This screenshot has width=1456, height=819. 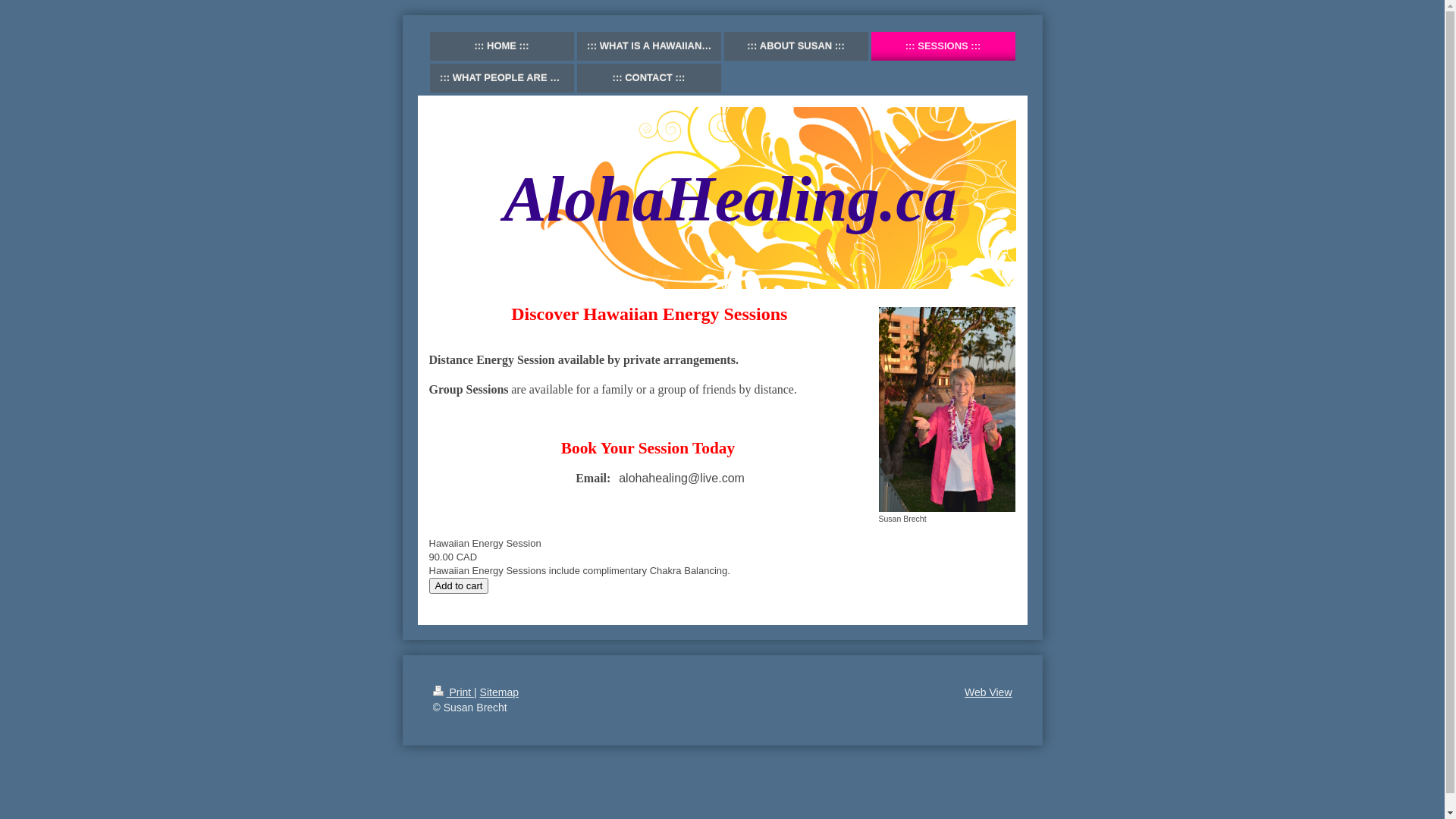 What do you see at coordinates (942, 45) in the screenshot?
I see `'SESSIONS'` at bounding box center [942, 45].